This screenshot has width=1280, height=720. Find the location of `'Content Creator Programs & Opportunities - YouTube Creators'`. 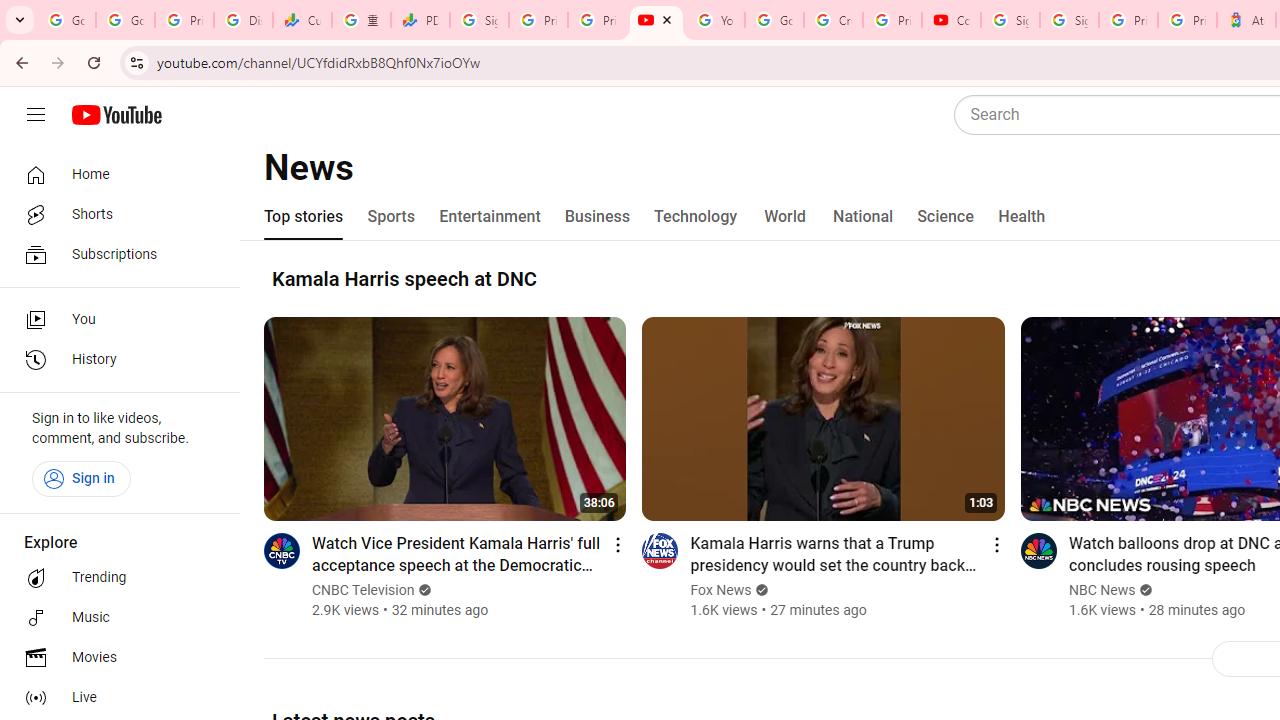

'Content Creator Programs & Opportunities - YouTube Creators' is located at coordinates (950, 20).